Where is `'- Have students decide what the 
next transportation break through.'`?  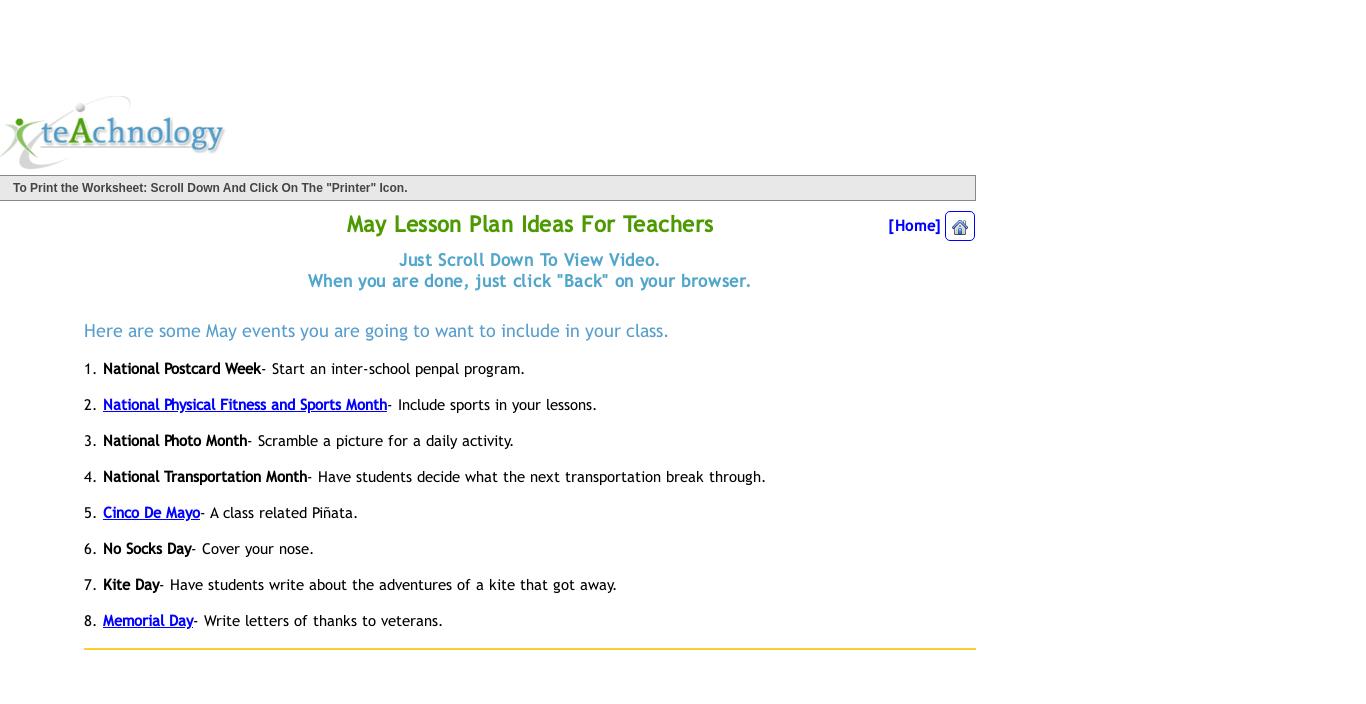
'- Have students decide what the 
next transportation break through.' is located at coordinates (536, 475).